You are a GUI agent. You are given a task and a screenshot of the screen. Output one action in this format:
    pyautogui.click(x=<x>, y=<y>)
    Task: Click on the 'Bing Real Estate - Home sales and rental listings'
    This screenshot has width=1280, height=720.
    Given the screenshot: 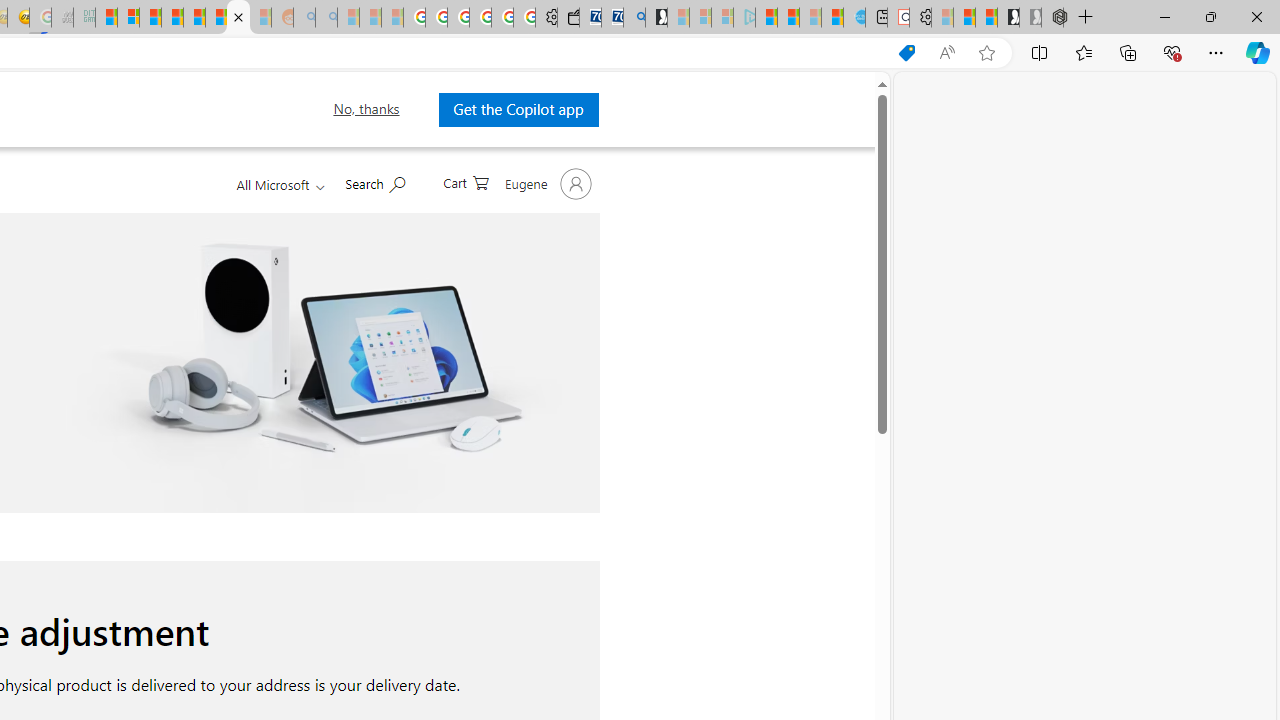 What is the action you would take?
    pyautogui.click(x=633, y=17)
    